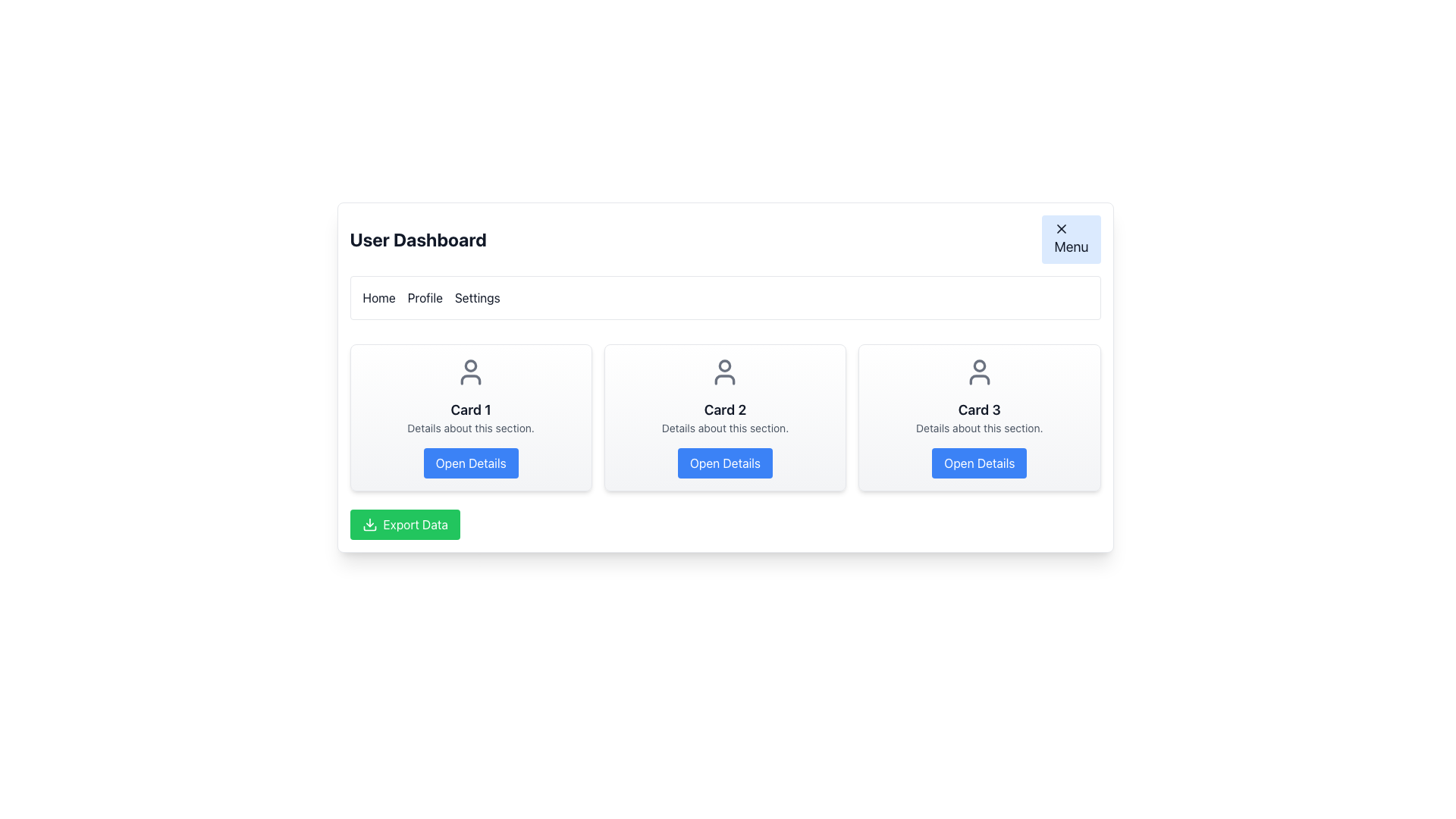 The height and width of the screenshot is (819, 1456). Describe the element at coordinates (979, 379) in the screenshot. I see `the lower part of the user icon in the third card of a row of three cards to enhance visual representation` at that location.